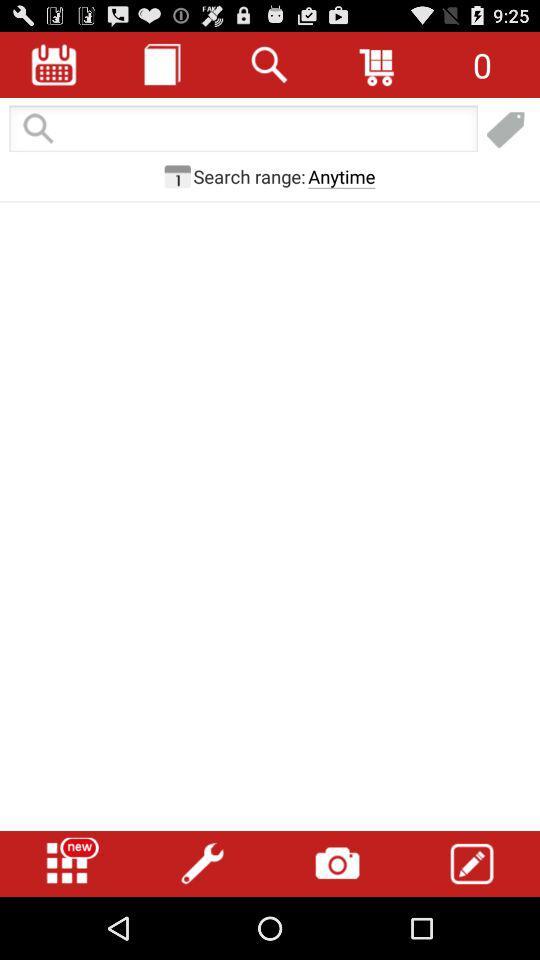  Describe the element at coordinates (378, 64) in the screenshot. I see `app next to 0` at that location.